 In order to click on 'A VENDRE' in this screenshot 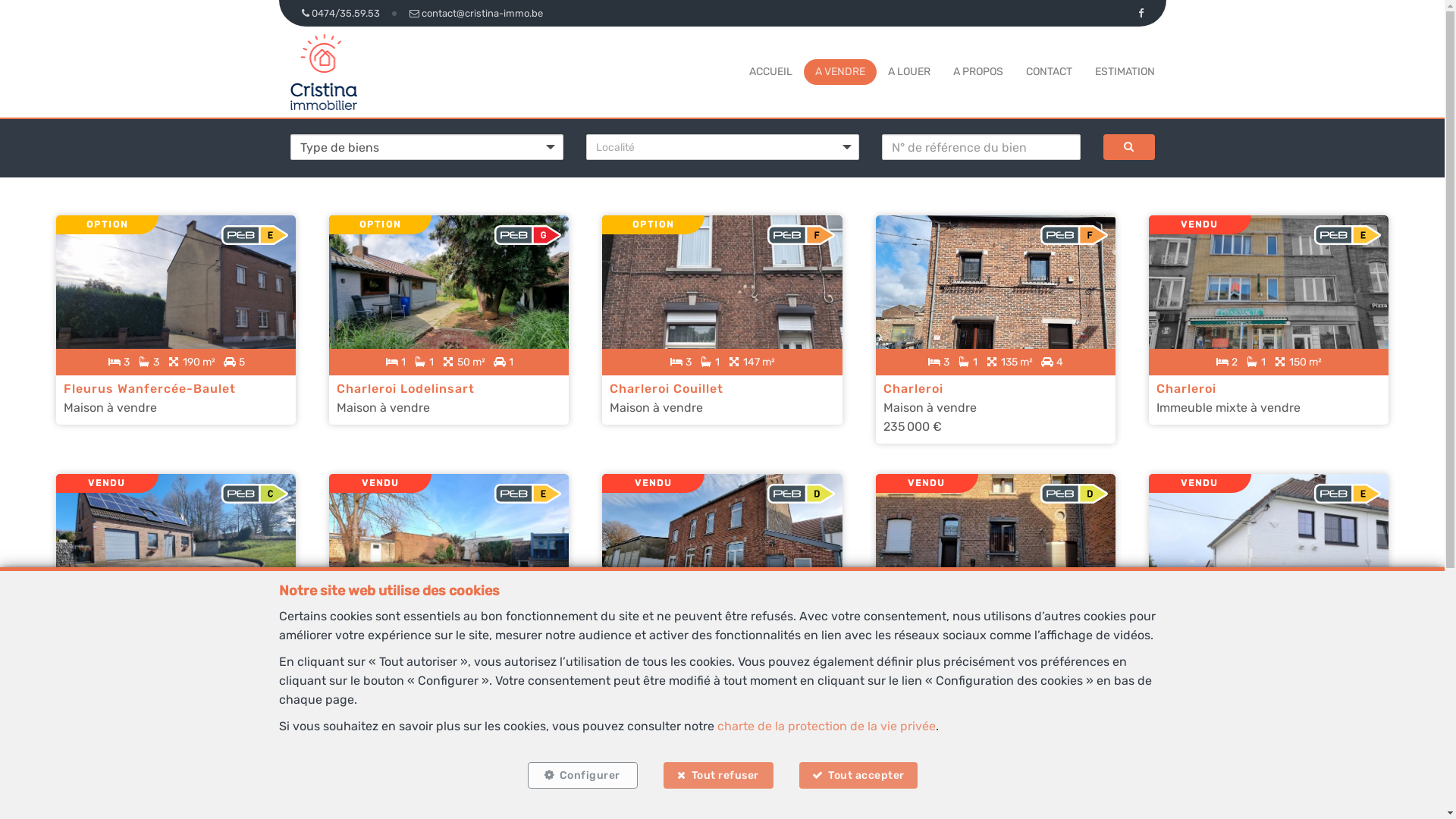, I will do `click(839, 71)`.